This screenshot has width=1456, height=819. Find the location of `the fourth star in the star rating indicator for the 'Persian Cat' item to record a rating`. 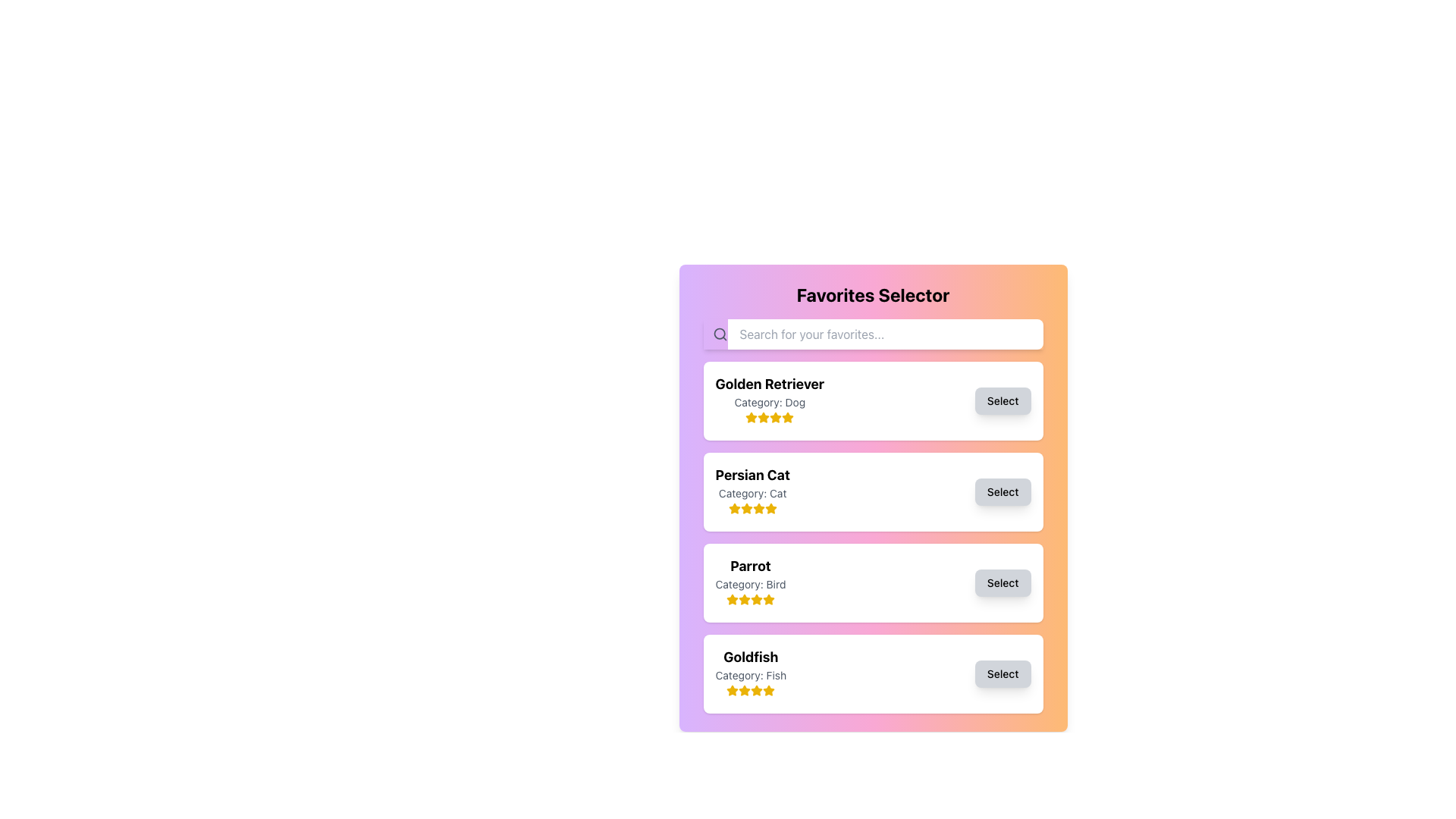

the fourth star in the star rating indicator for the 'Persian Cat' item to record a rating is located at coordinates (758, 509).